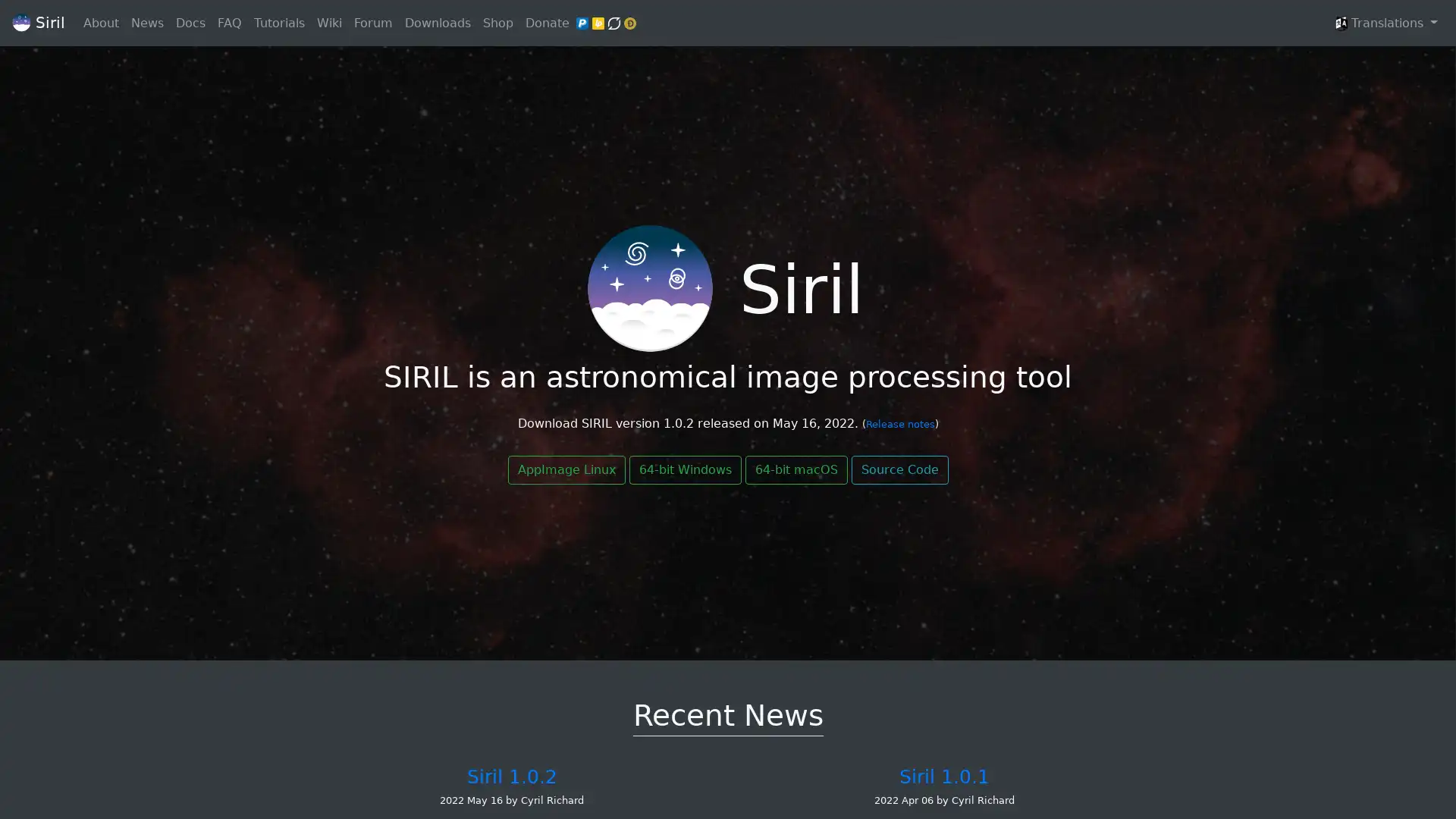  I want to click on 64-bit Windows, so click(683, 469).